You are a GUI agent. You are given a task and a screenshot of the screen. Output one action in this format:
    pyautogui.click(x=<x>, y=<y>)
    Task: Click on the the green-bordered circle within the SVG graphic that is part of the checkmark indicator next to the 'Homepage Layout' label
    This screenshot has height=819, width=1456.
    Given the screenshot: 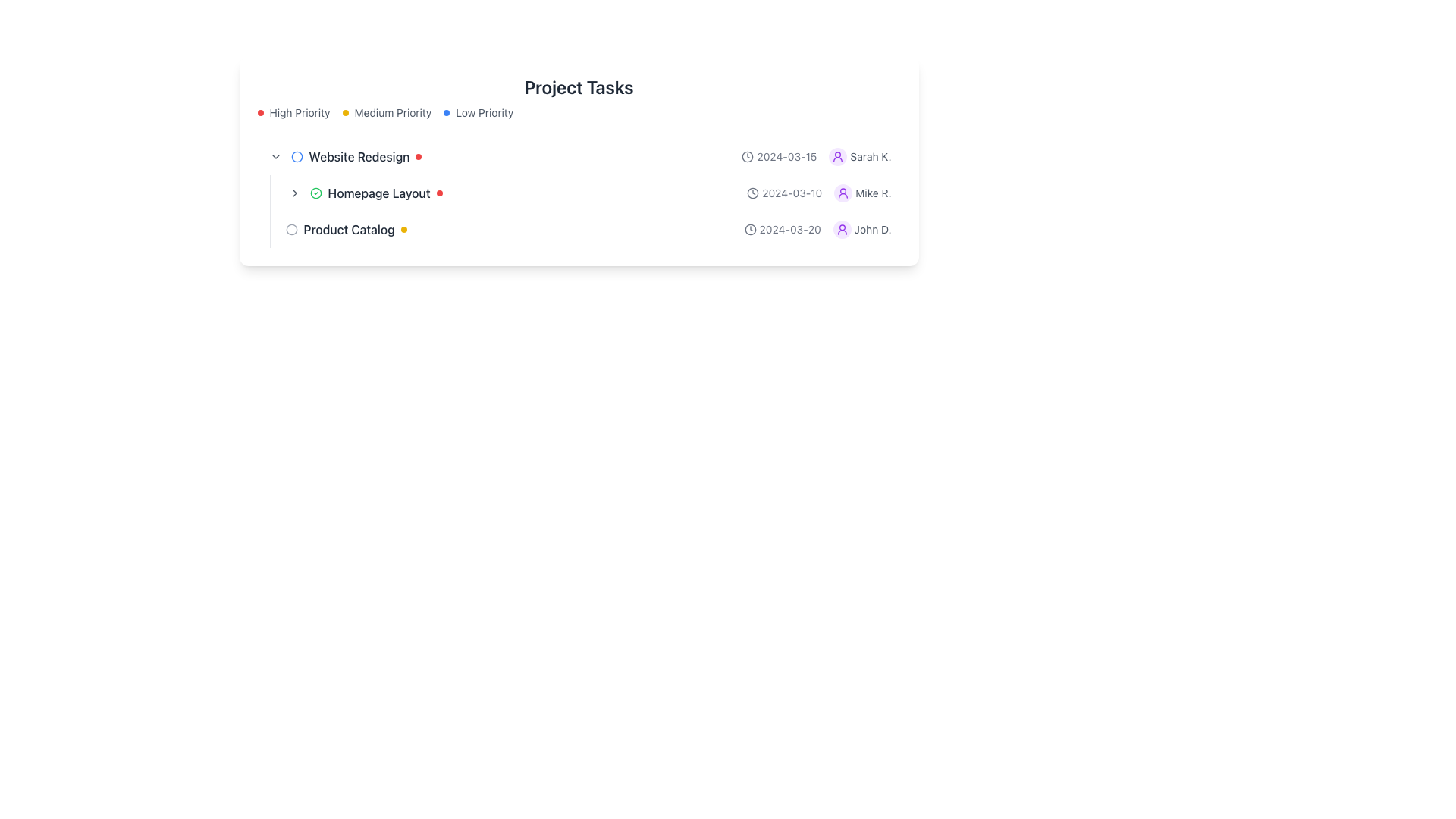 What is the action you would take?
    pyautogui.click(x=315, y=192)
    